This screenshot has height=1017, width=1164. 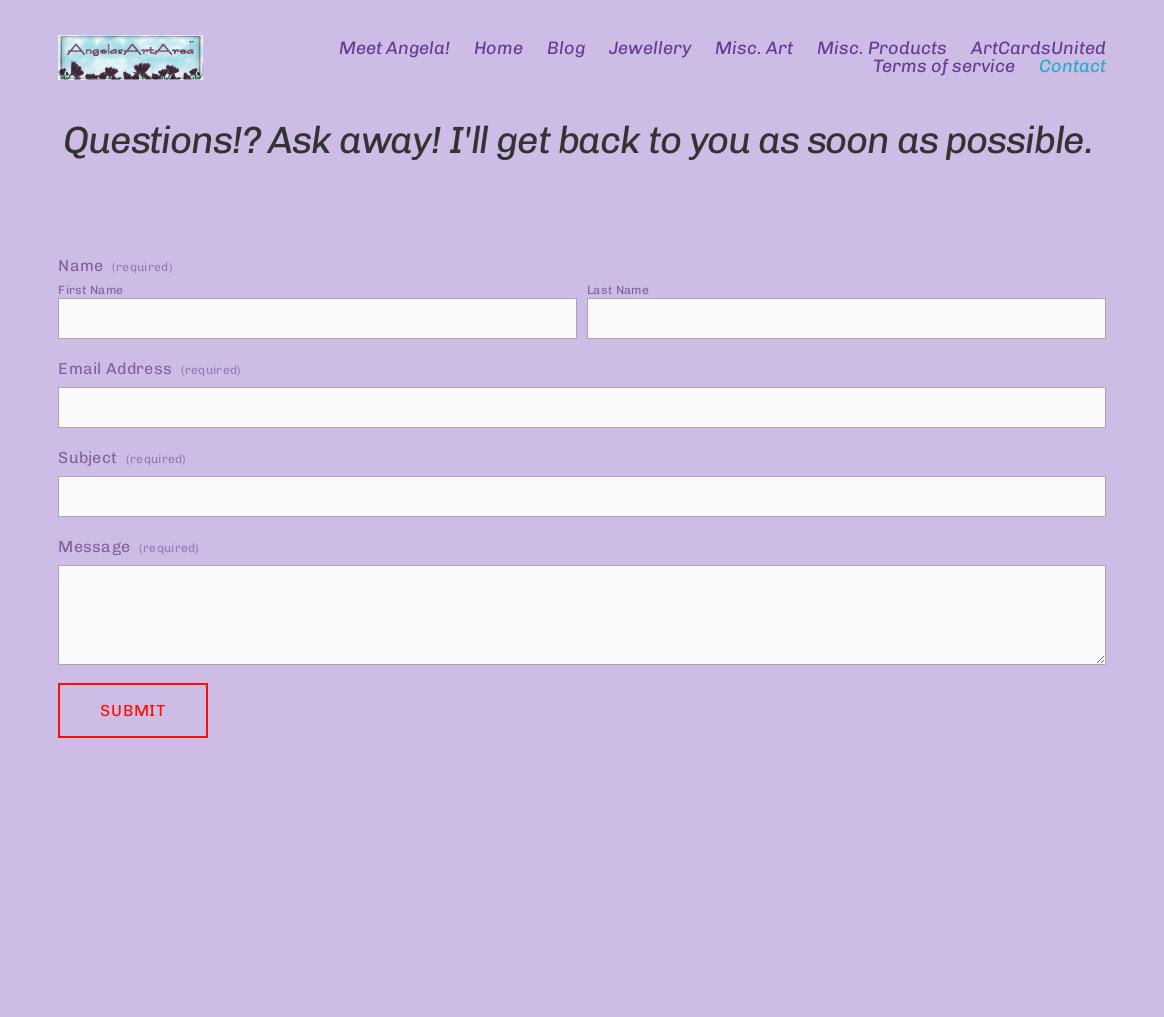 I want to click on 'Submit', so click(x=133, y=708).